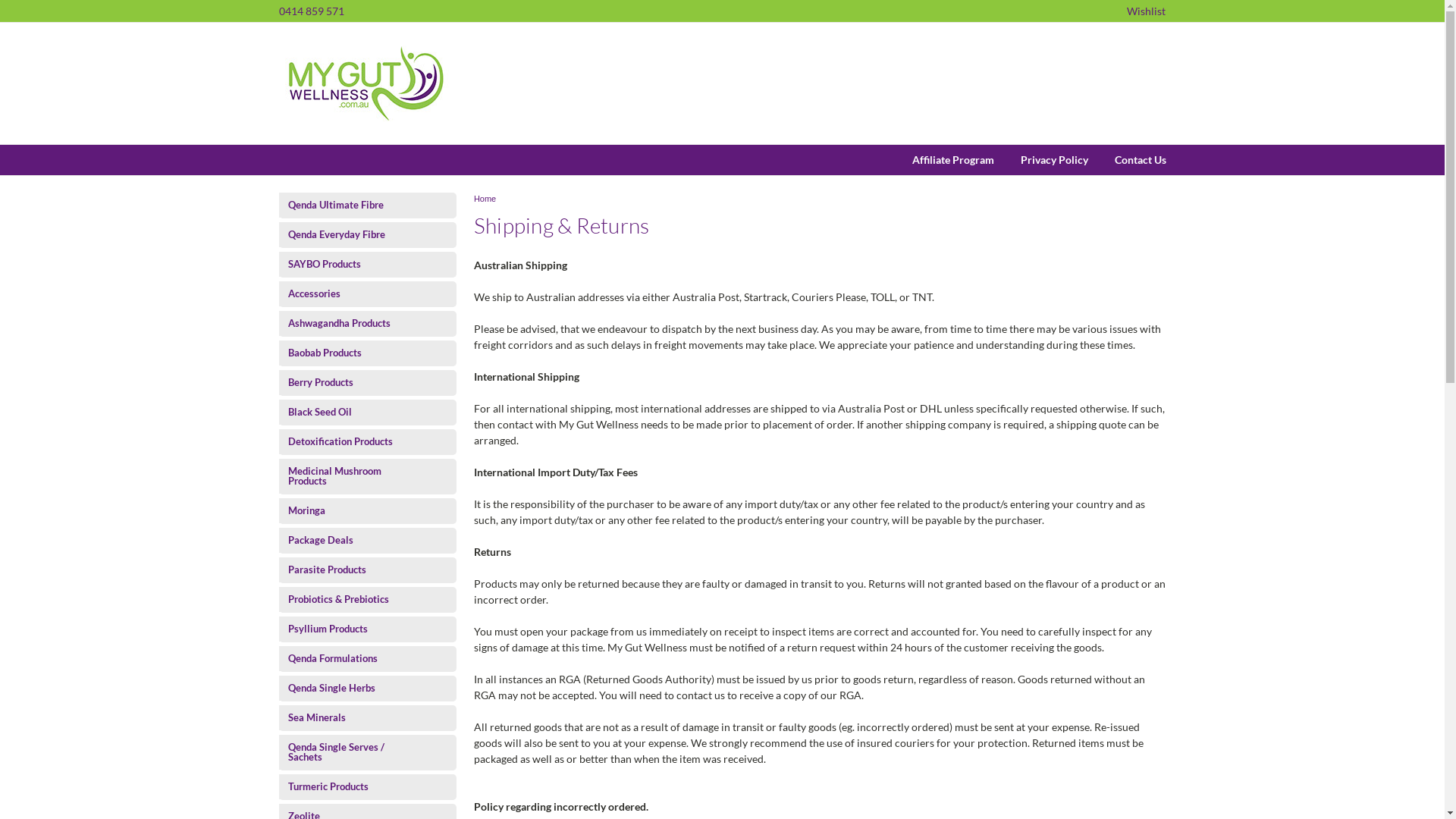 The width and height of the screenshot is (1456, 819). Describe the element at coordinates (279, 786) in the screenshot. I see `'Turmeric Products'` at that location.